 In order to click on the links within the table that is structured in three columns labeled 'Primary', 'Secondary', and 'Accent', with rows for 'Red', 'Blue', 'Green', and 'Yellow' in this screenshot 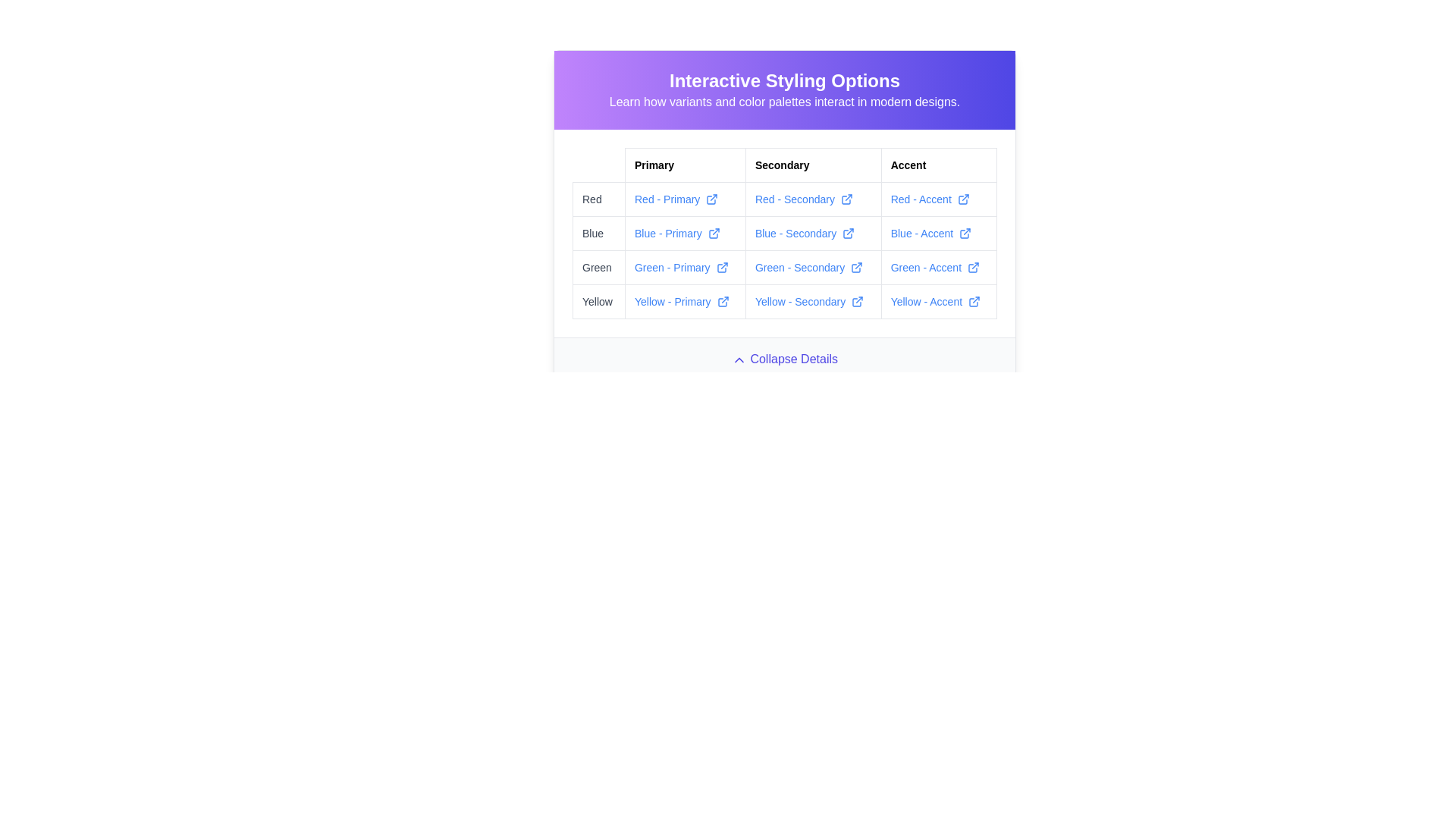, I will do `click(785, 234)`.